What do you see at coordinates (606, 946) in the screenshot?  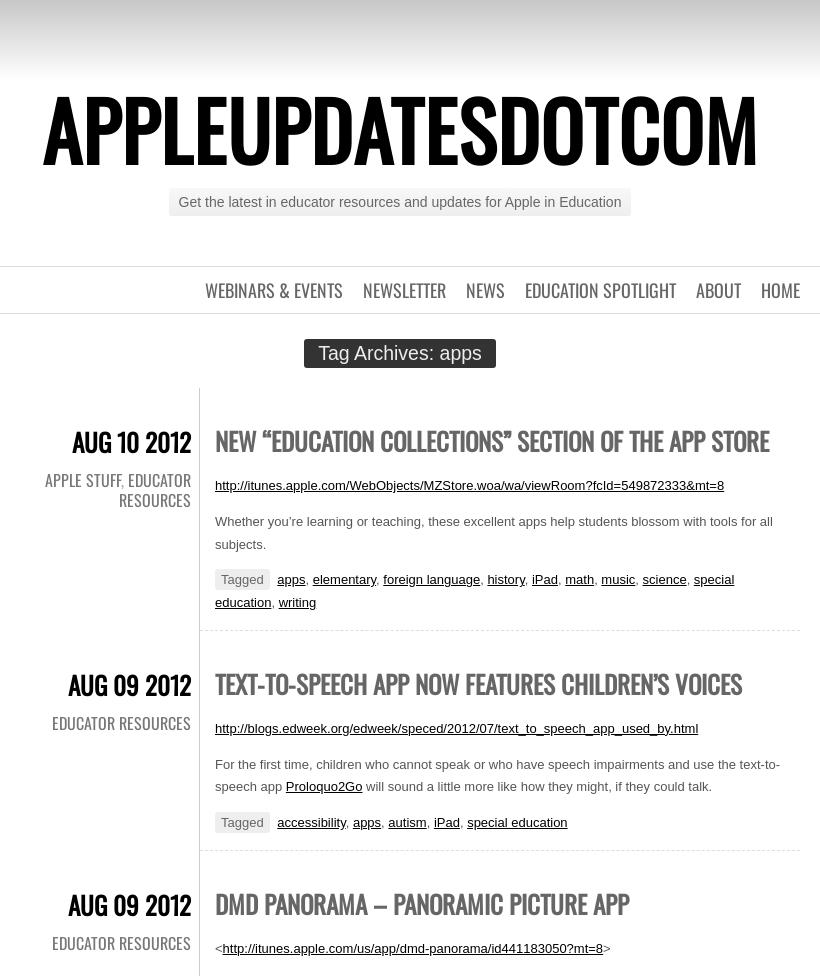 I see `'>'` at bounding box center [606, 946].